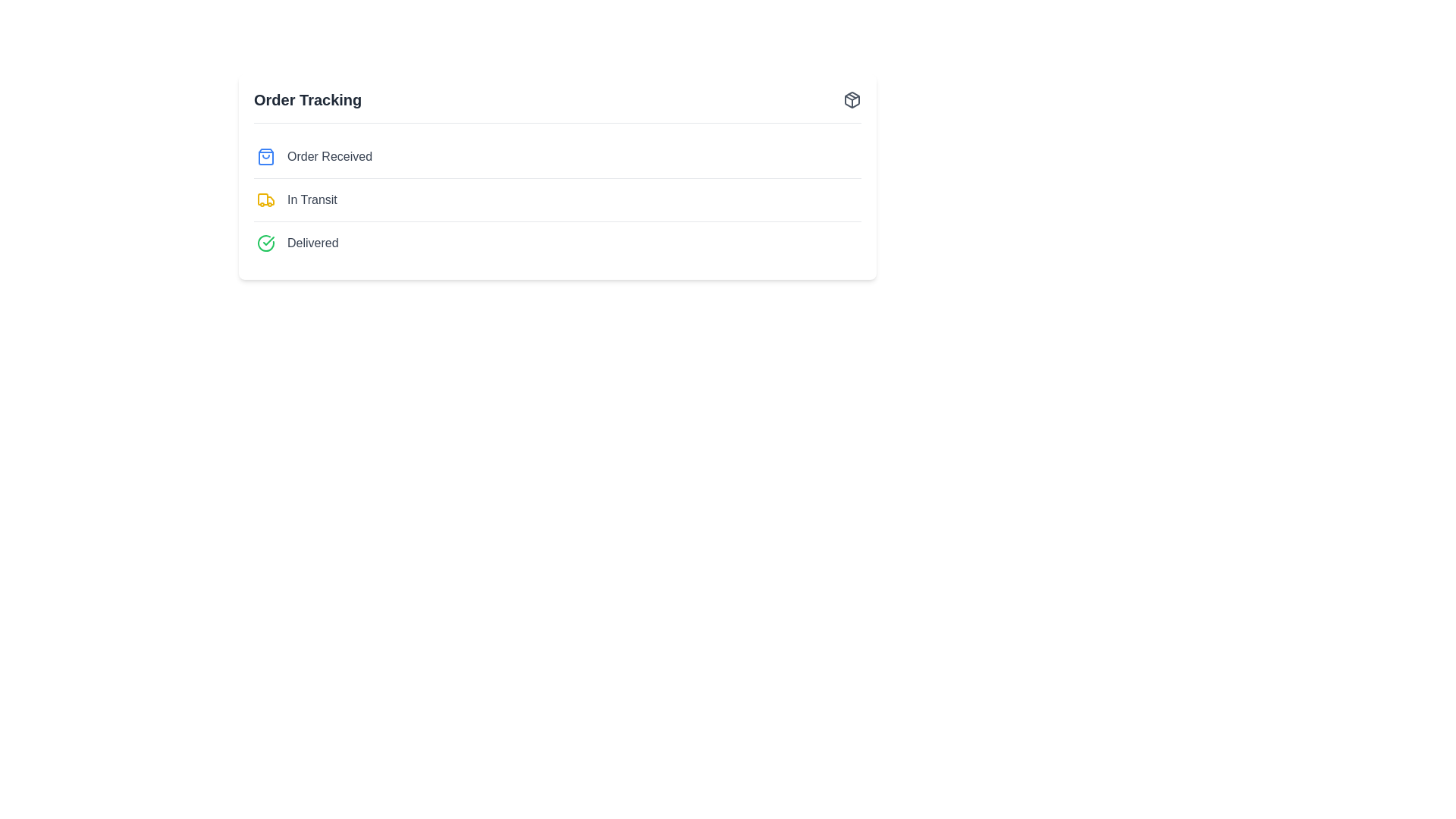 The image size is (1456, 819). I want to click on the package icon button to toggle the visibility of the menu, so click(852, 99).